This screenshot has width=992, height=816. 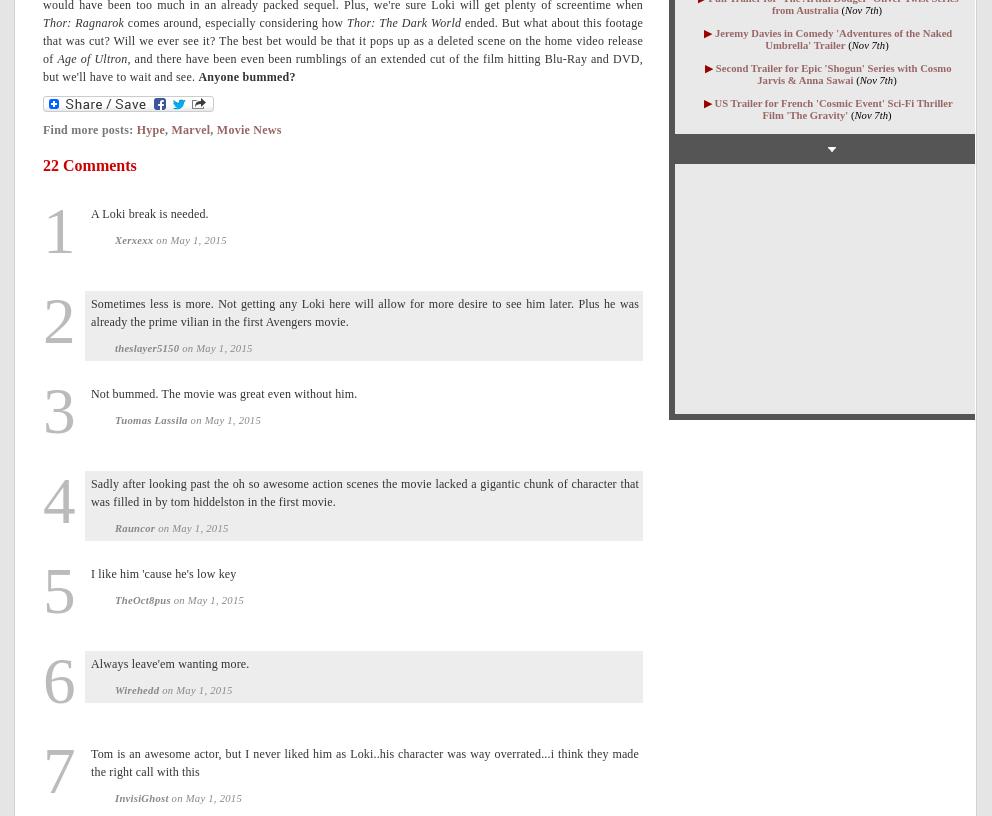 What do you see at coordinates (403, 21) in the screenshot?
I see `'Thor: The Dark World'` at bounding box center [403, 21].